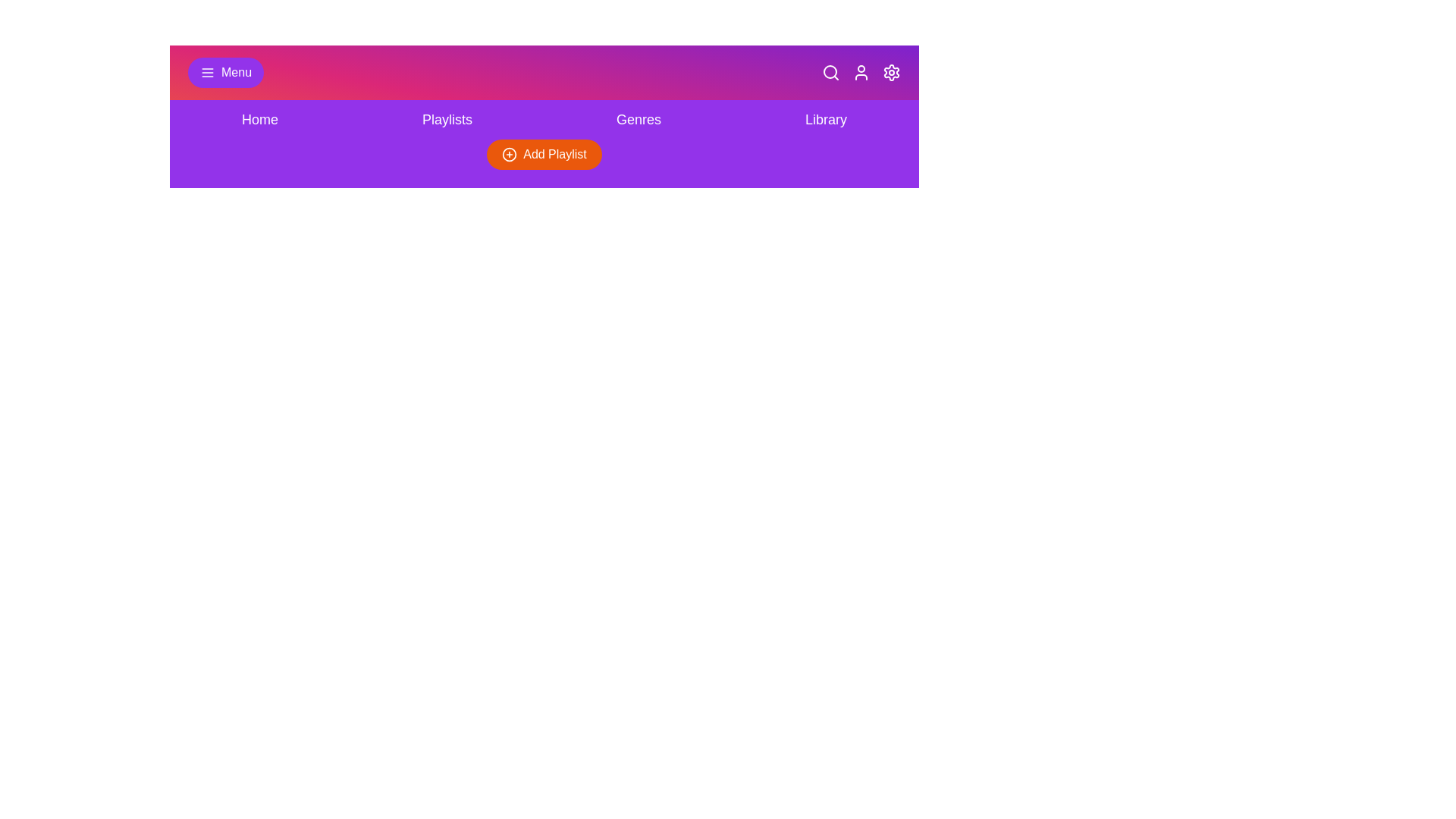  Describe the element at coordinates (544, 155) in the screenshot. I see `the 'Add Playlist' button to initiate the creation of a new playlist` at that location.